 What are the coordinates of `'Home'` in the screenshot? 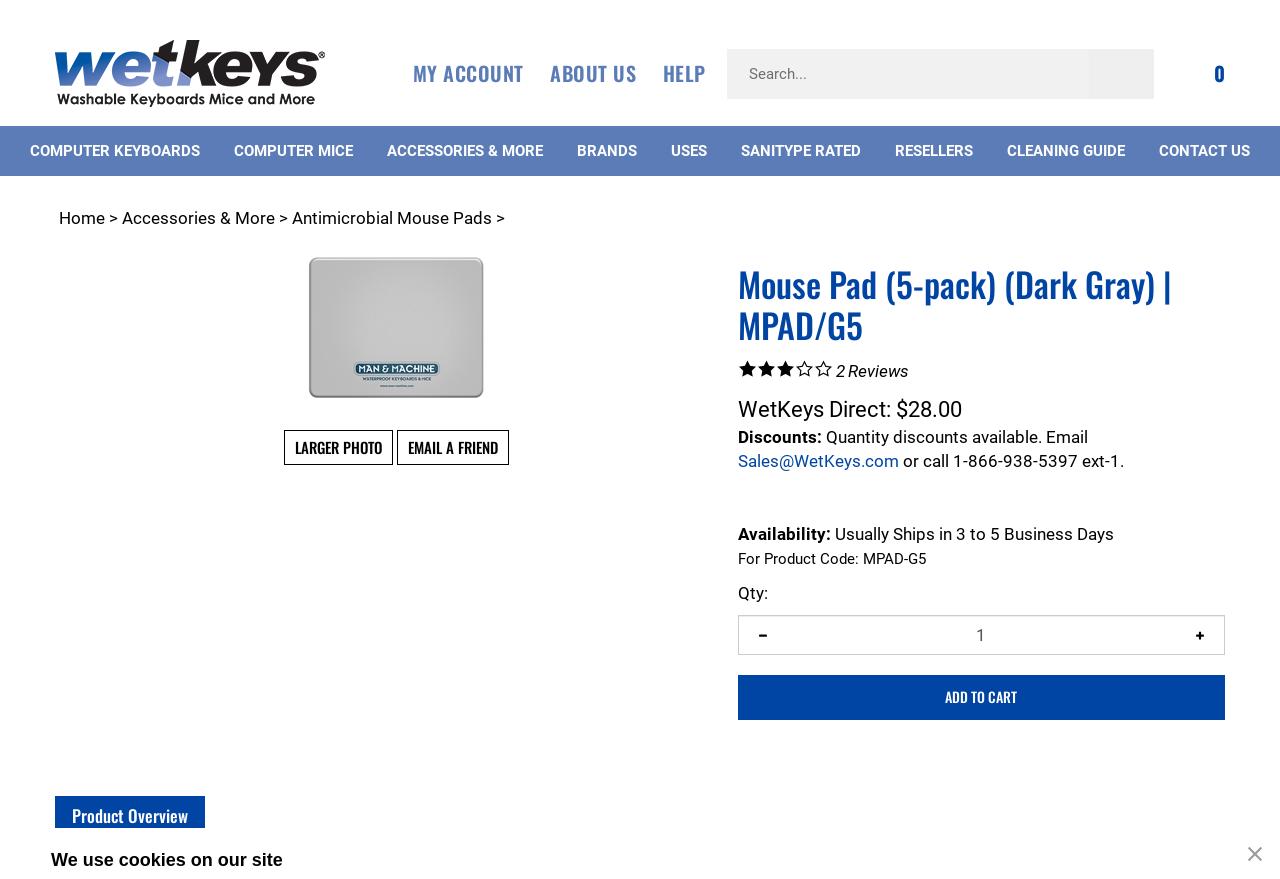 It's located at (81, 217).